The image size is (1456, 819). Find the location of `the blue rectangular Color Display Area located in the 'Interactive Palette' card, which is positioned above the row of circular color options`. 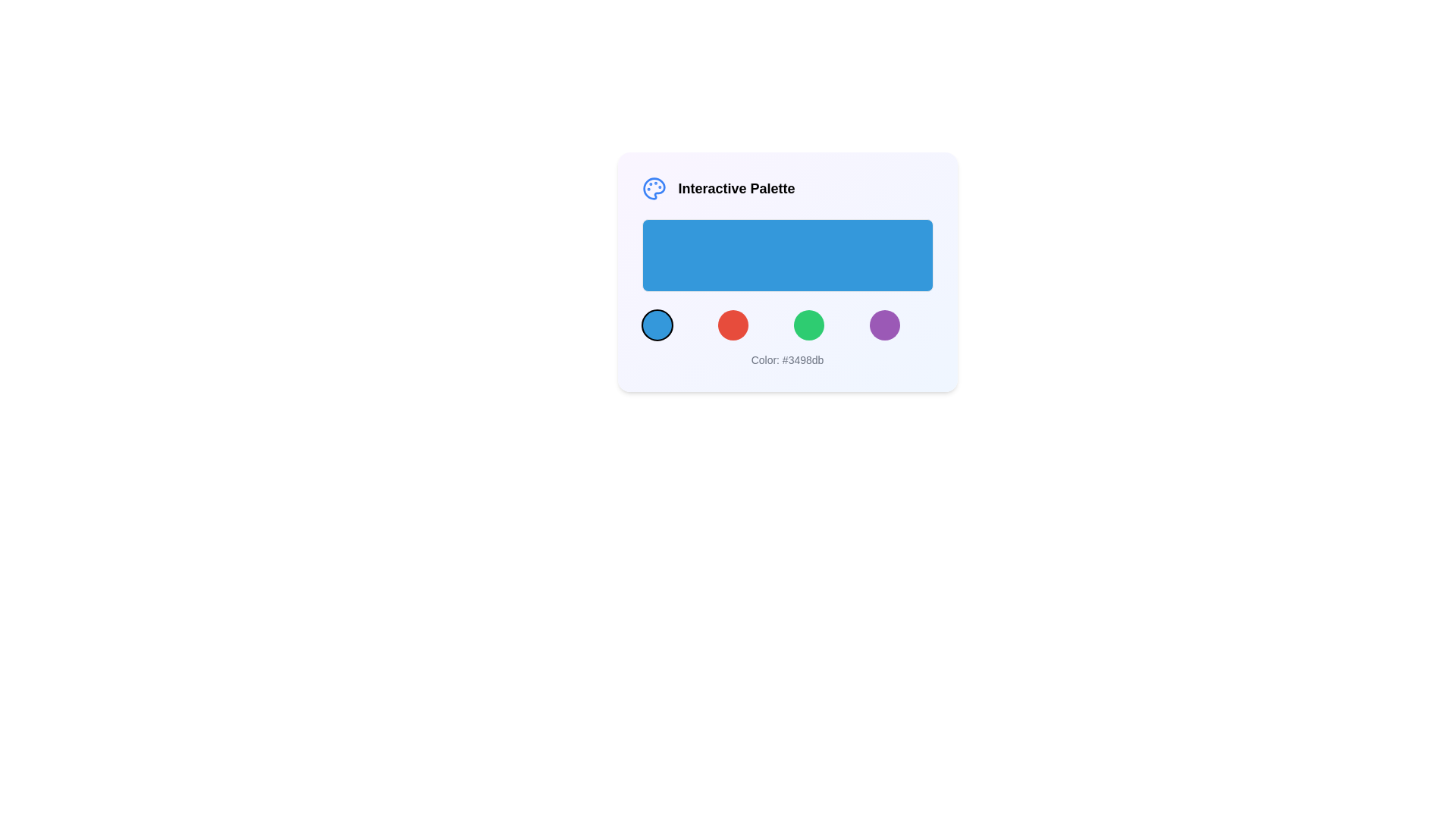

the blue rectangular Color Display Area located in the 'Interactive Palette' card, which is positioned above the row of circular color options is located at coordinates (787, 280).